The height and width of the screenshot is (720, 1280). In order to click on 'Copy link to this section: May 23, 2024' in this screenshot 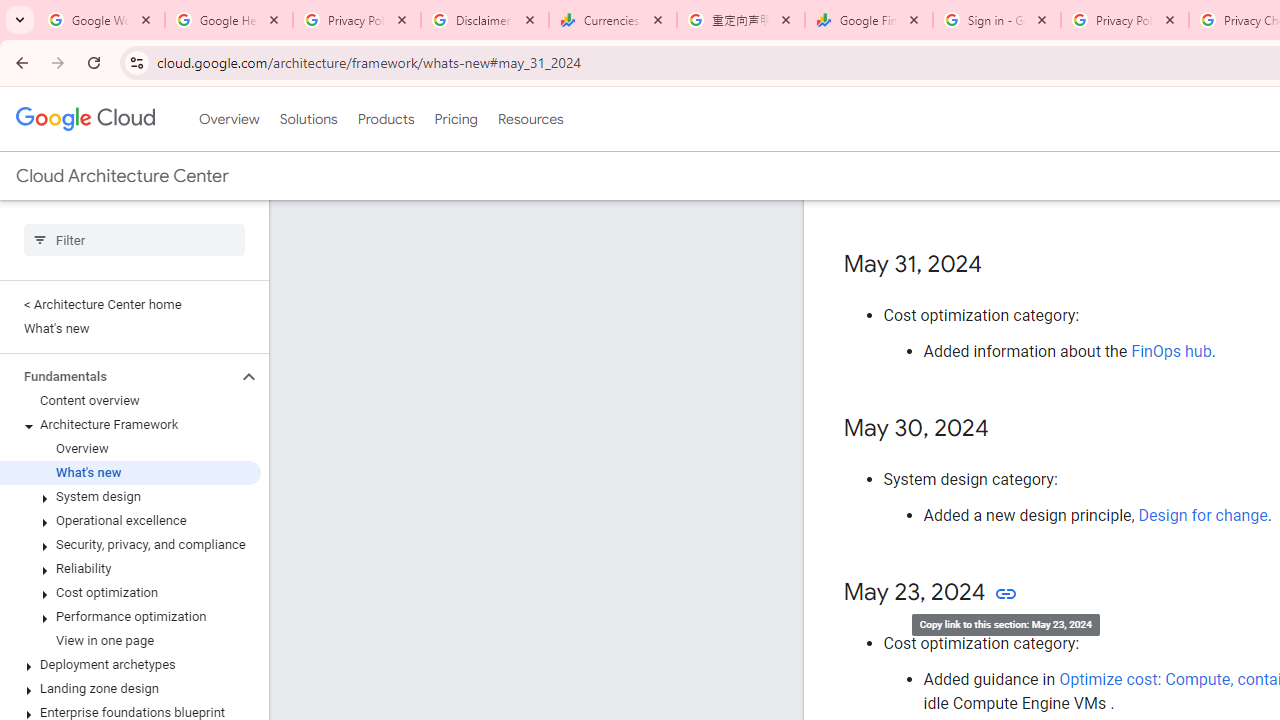, I will do `click(1006, 592)`.